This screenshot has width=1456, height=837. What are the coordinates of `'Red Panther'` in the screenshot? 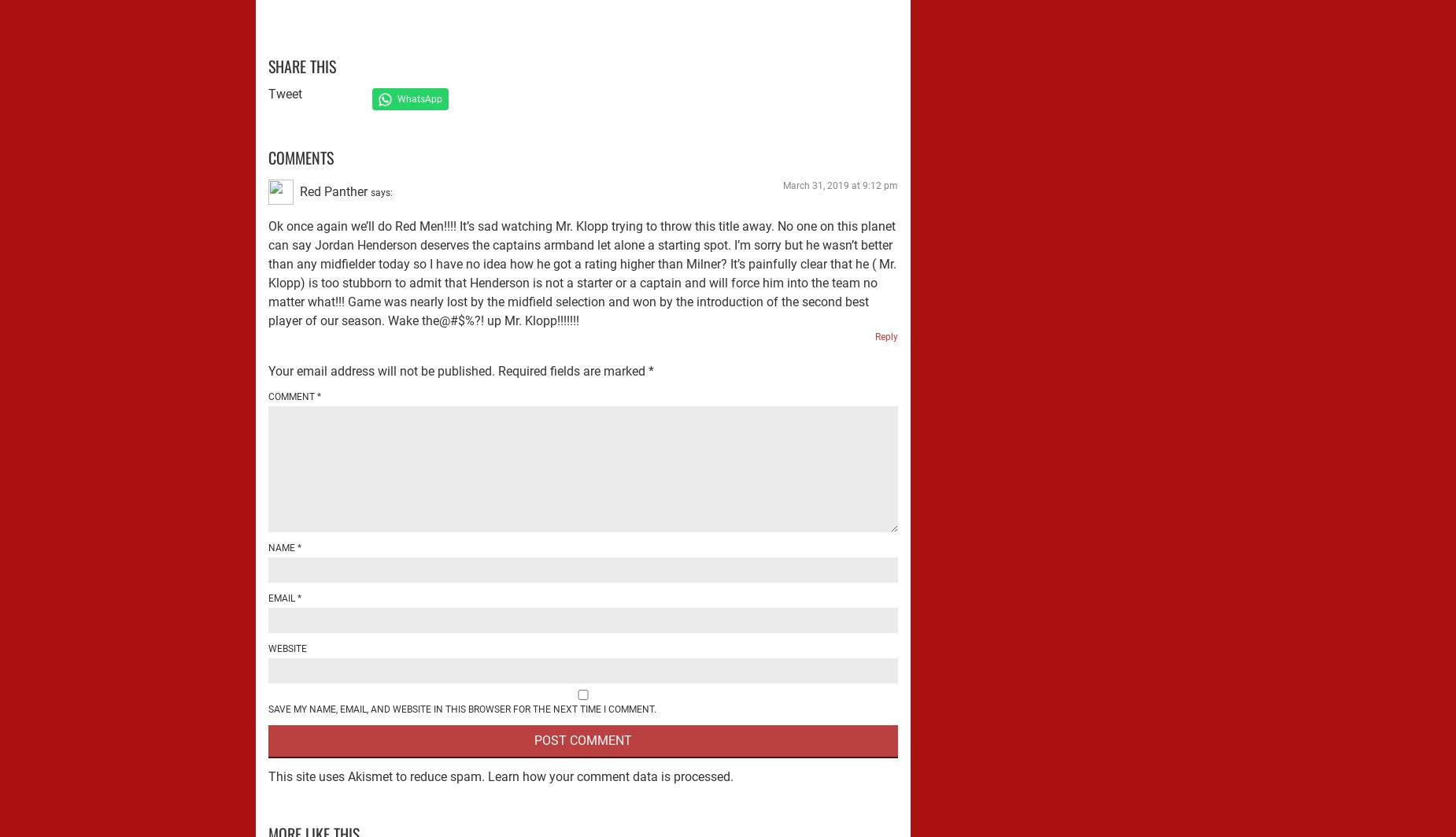 It's located at (333, 191).